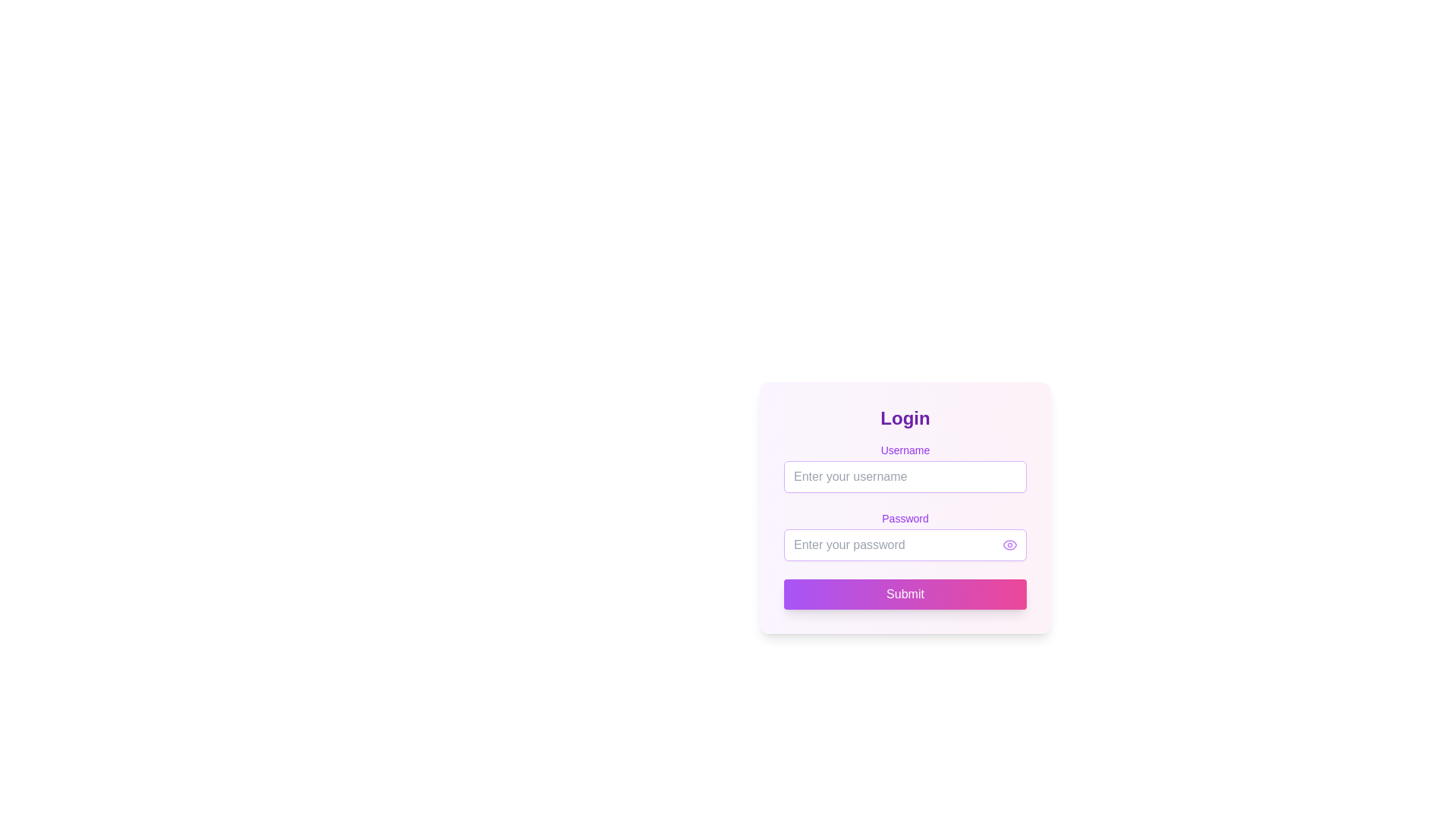  What do you see at coordinates (1009, 544) in the screenshot?
I see `the Toggle visibility button located to the right of the password input field in the login form` at bounding box center [1009, 544].